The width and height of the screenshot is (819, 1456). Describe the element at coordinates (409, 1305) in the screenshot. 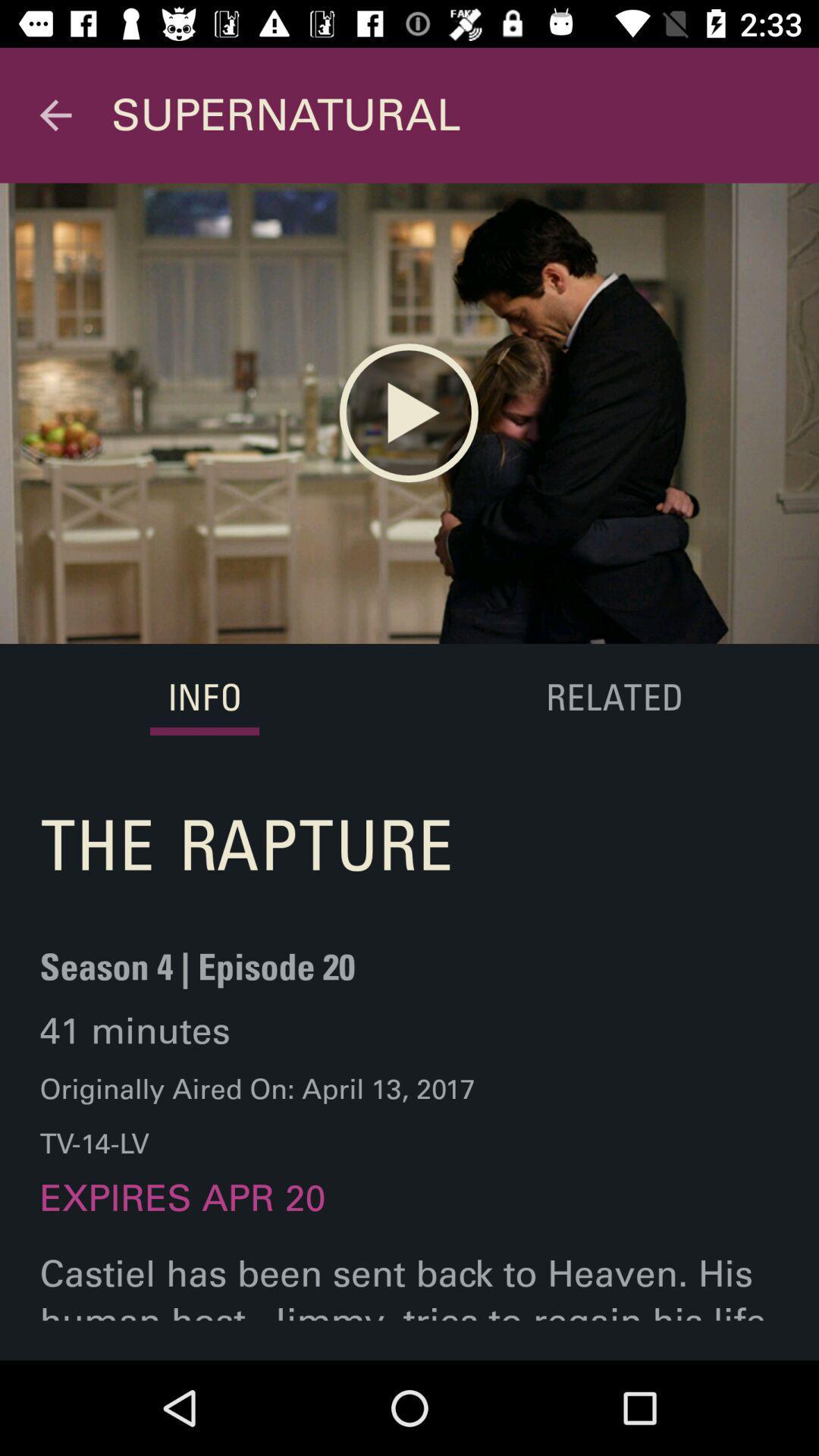

I see `castiel has been item` at that location.